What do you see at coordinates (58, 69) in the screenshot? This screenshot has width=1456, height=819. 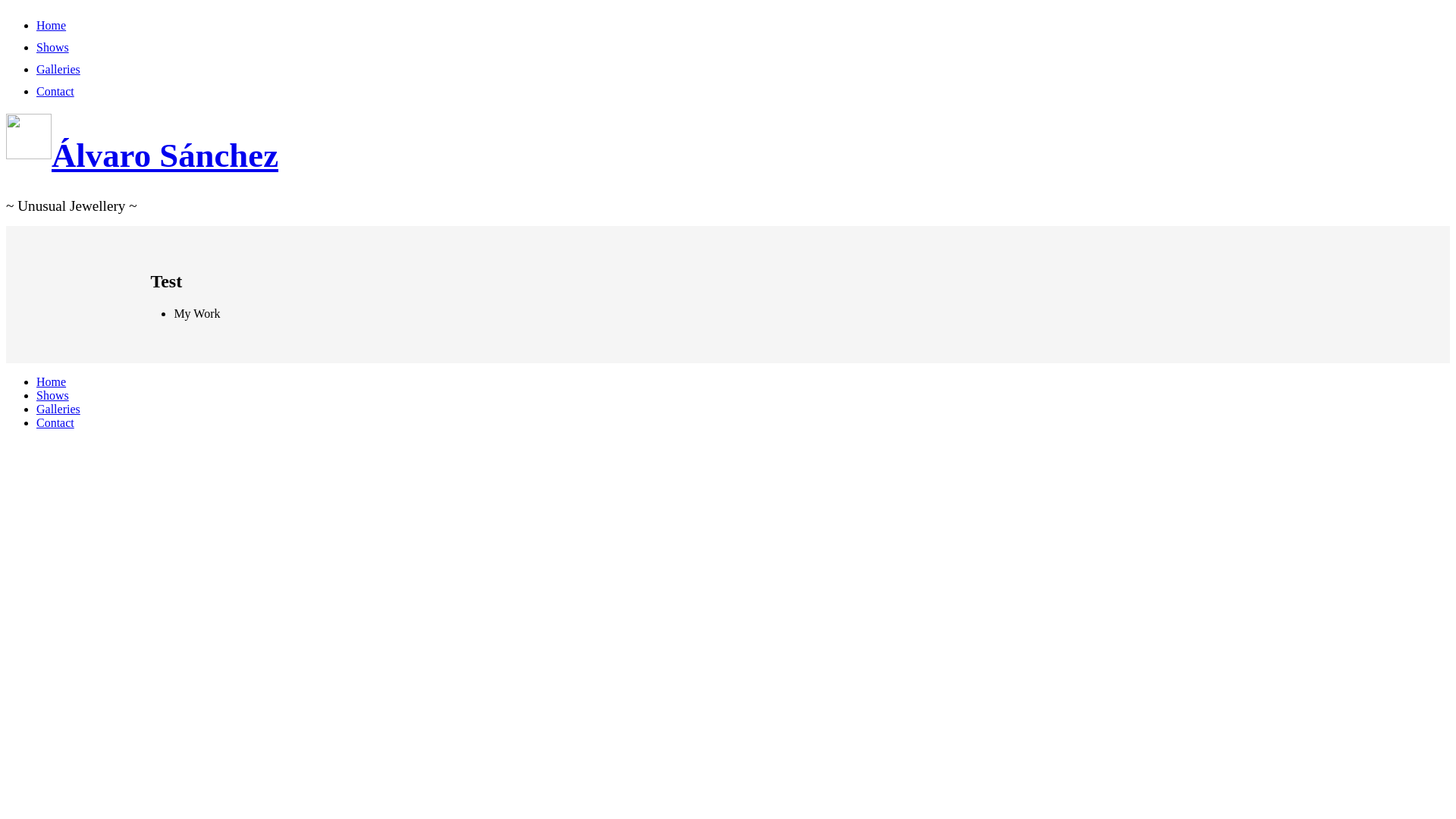 I see `'Galleries'` at bounding box center [58, 69].